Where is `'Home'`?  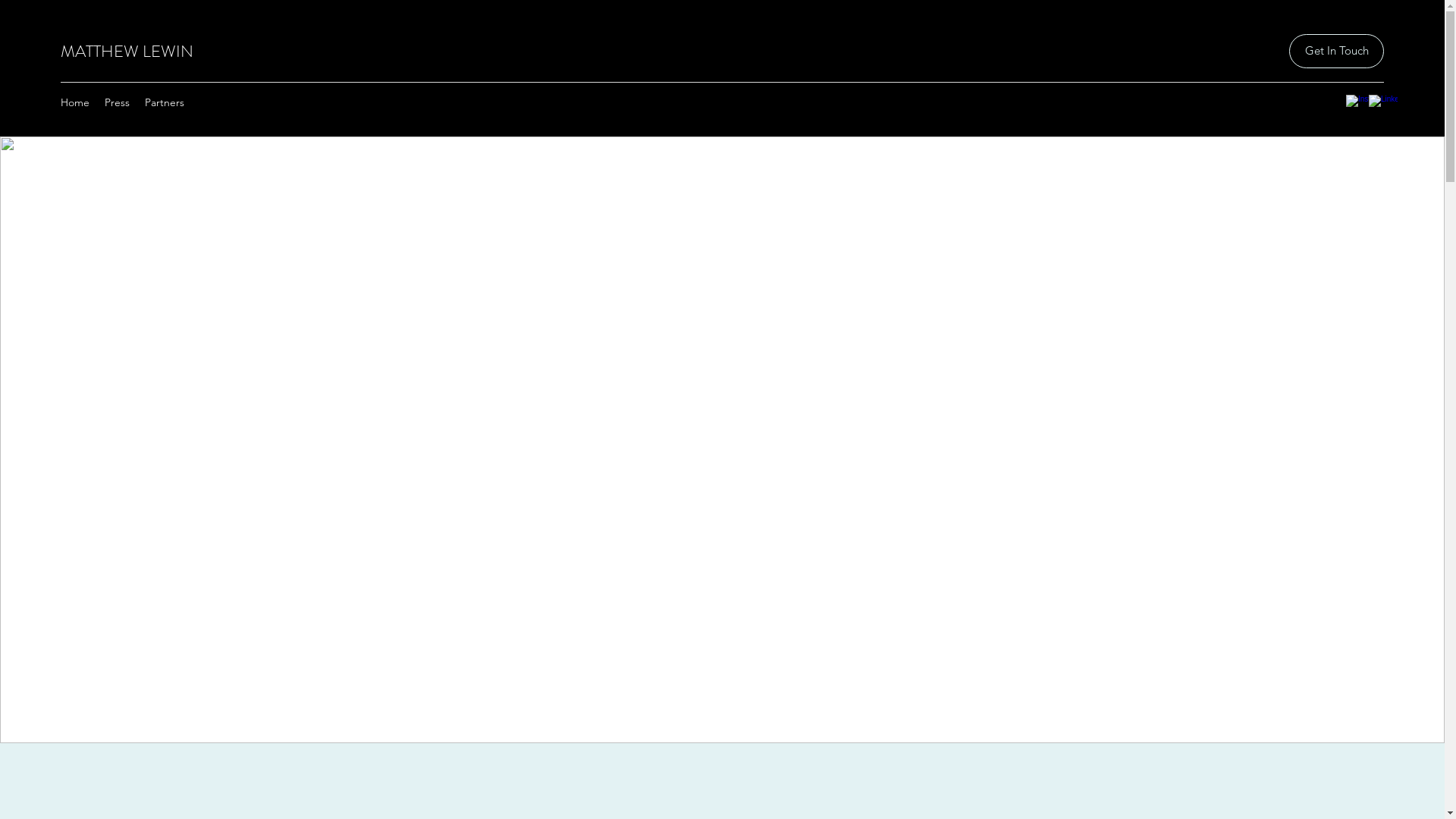
'Home' is located at coordinates (53, 102).